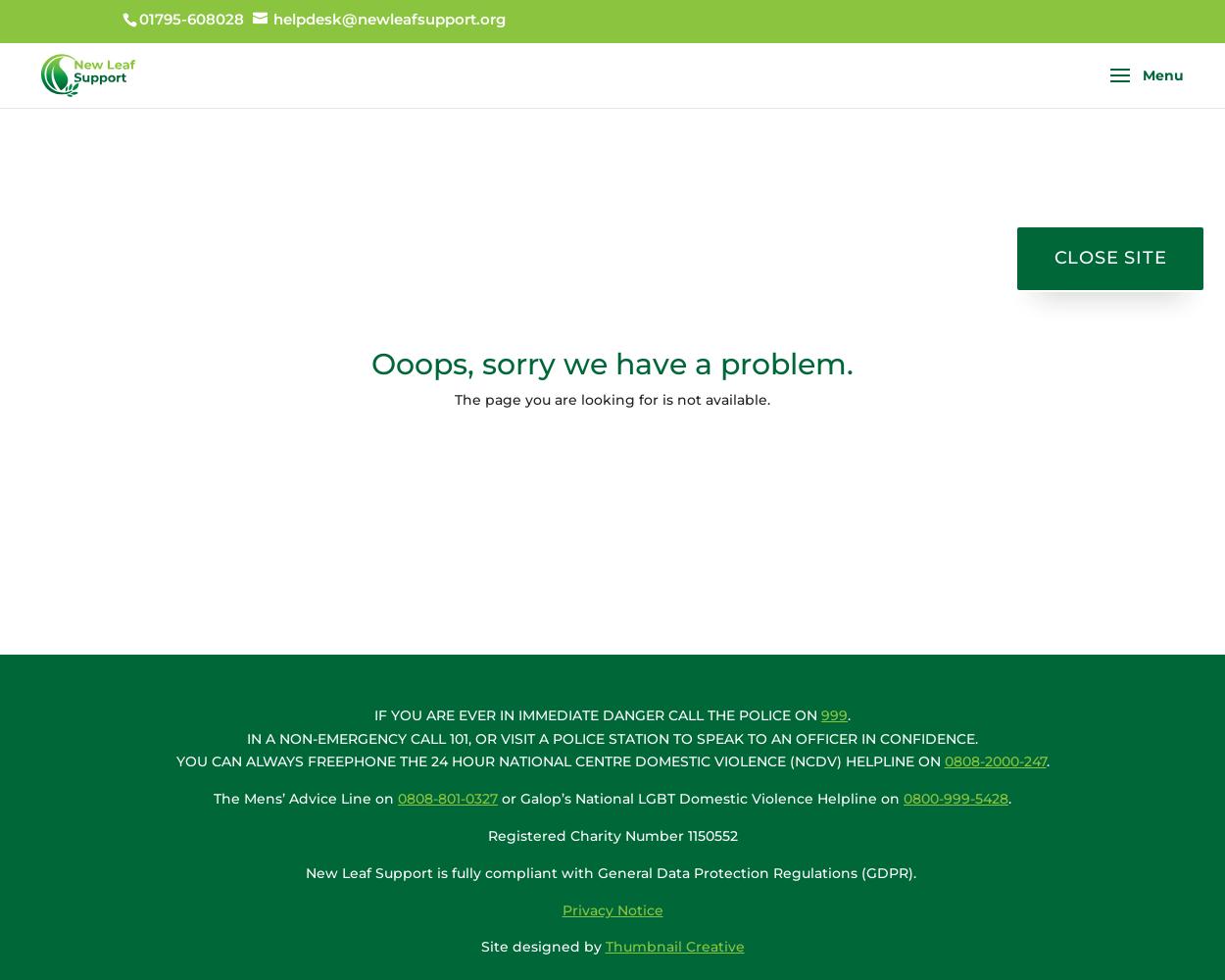  What do you see at coordinates (611, 909) in the screenshot?
I see `'Privacy Notice'` at bounding box center [611, 909].